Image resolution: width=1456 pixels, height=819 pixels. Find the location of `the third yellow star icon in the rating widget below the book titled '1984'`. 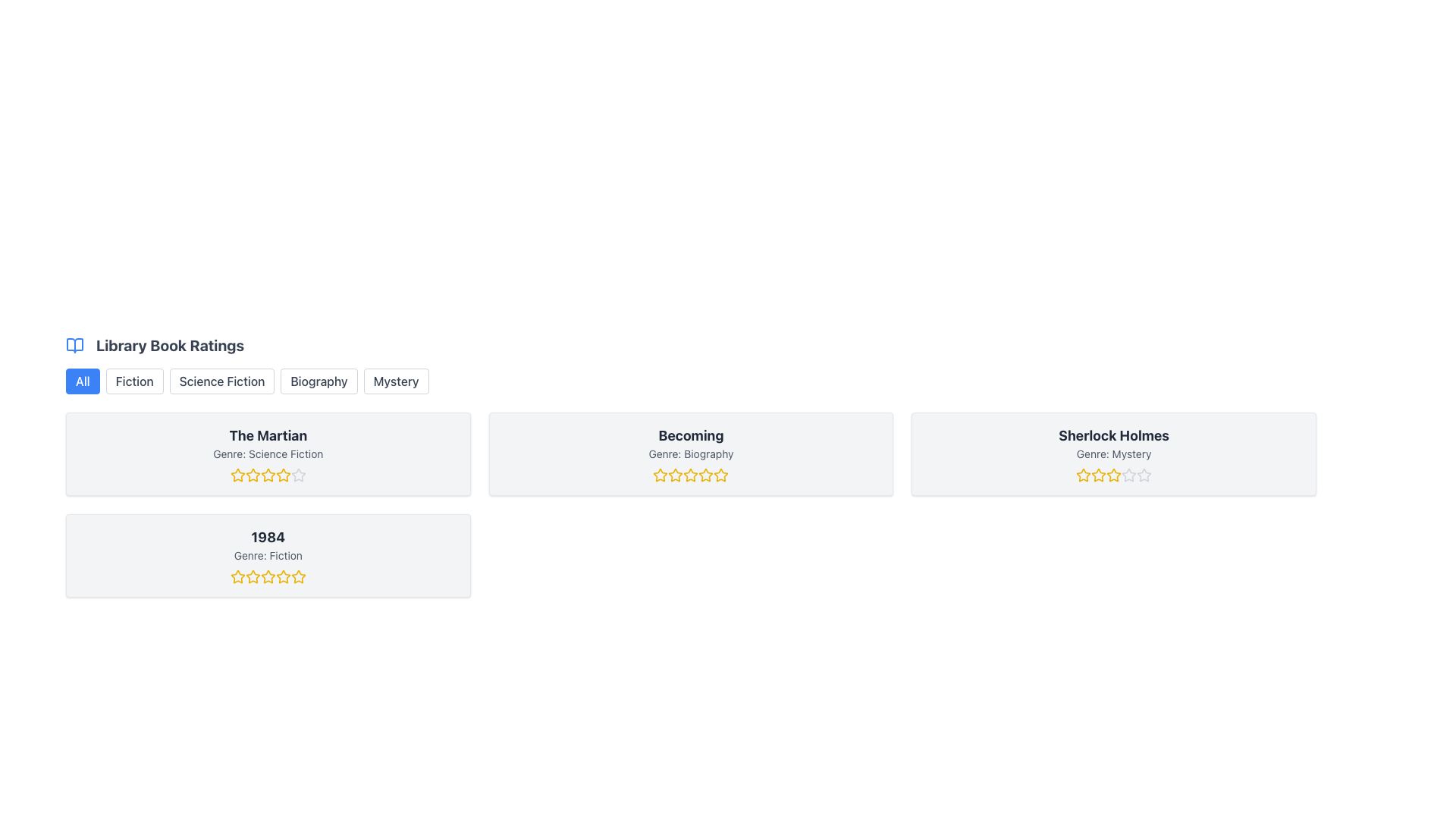

the third yellow star icon in the rating widget below the book titled '1984' is located at coordinates (268, 576).